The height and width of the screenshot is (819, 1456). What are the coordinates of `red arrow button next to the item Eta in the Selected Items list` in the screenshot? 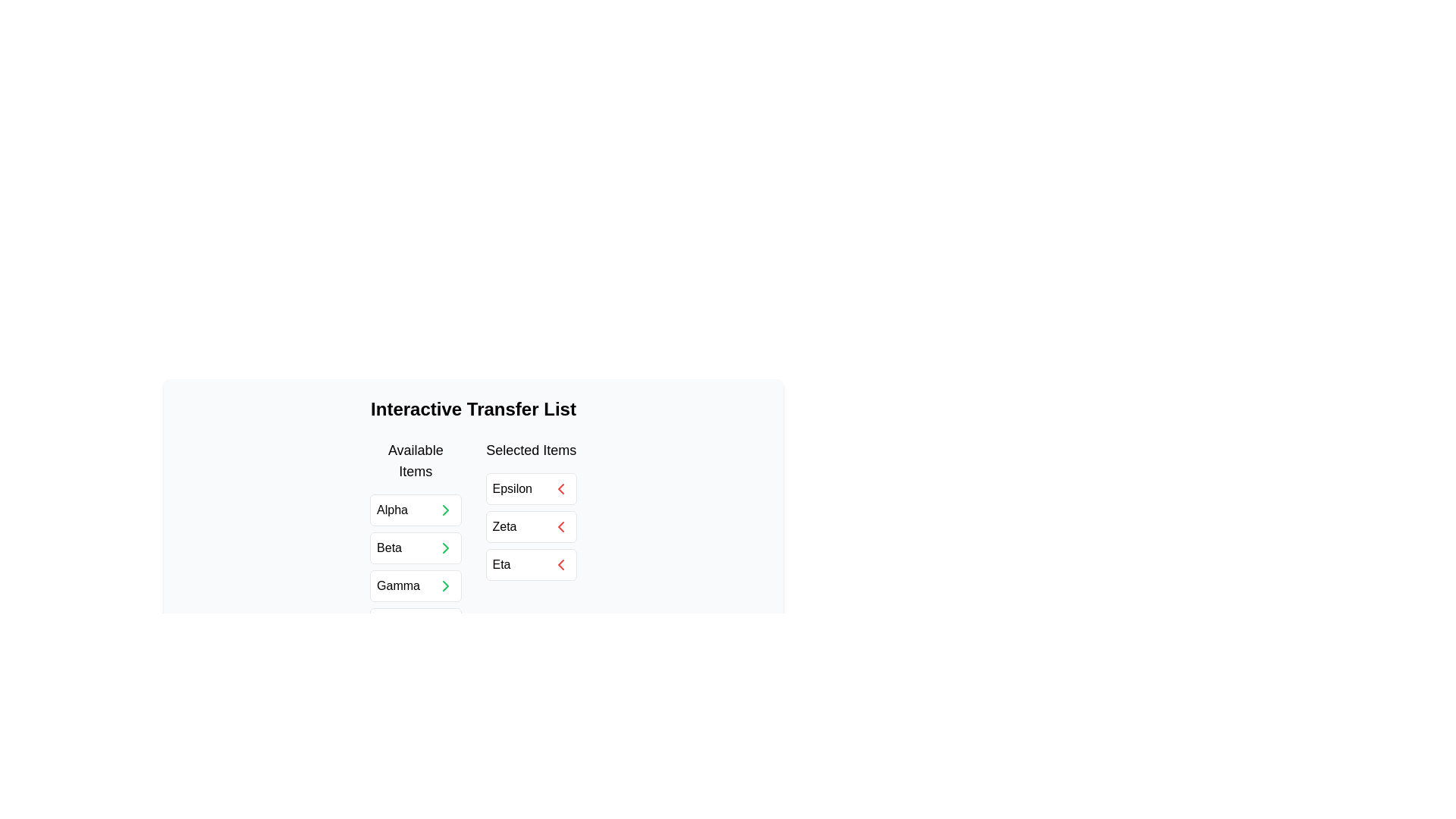 It's located at (560, 564).